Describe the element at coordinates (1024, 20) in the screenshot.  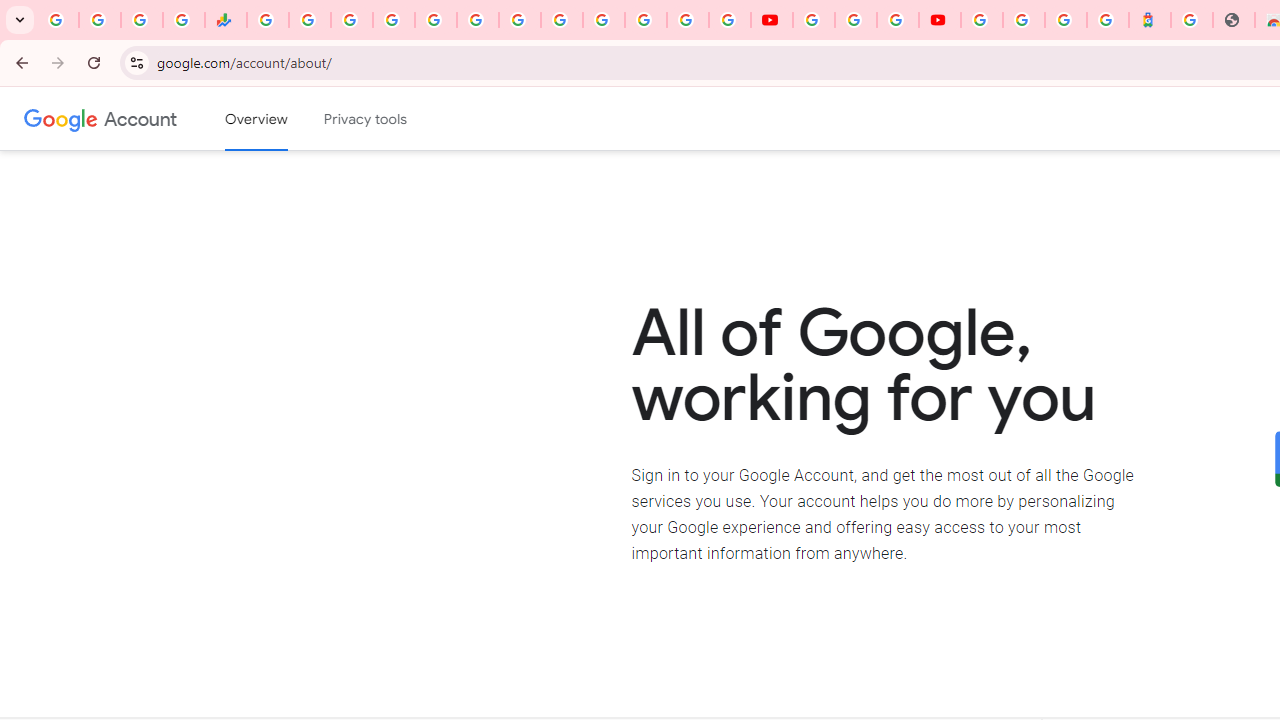
I see `'Sign in - Google Accounts'` at that location.